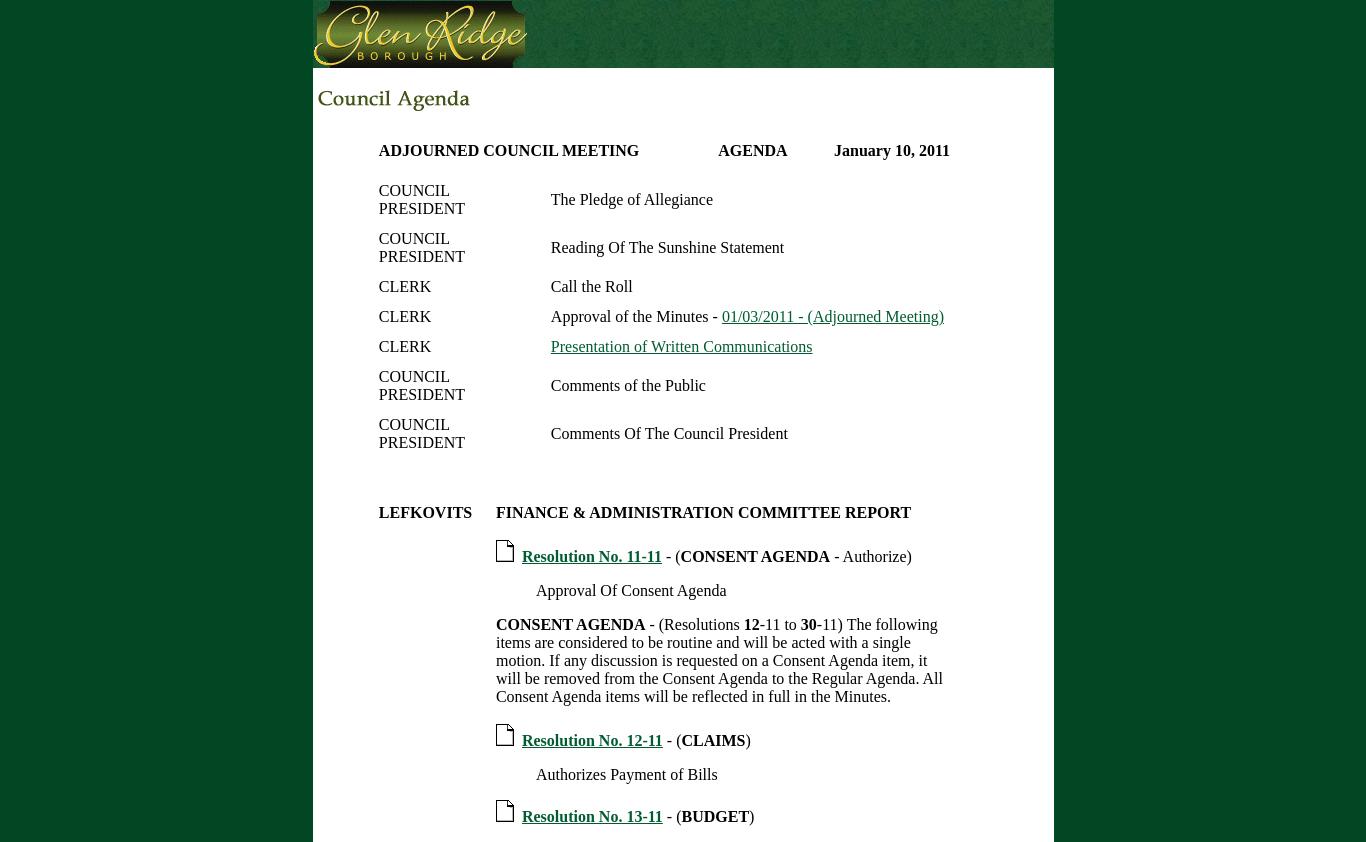  What do you see at coordinates (590, 816) in the screenshot?
I see `'Resolution  No.   13-11'` at bounding box center [590, 816].